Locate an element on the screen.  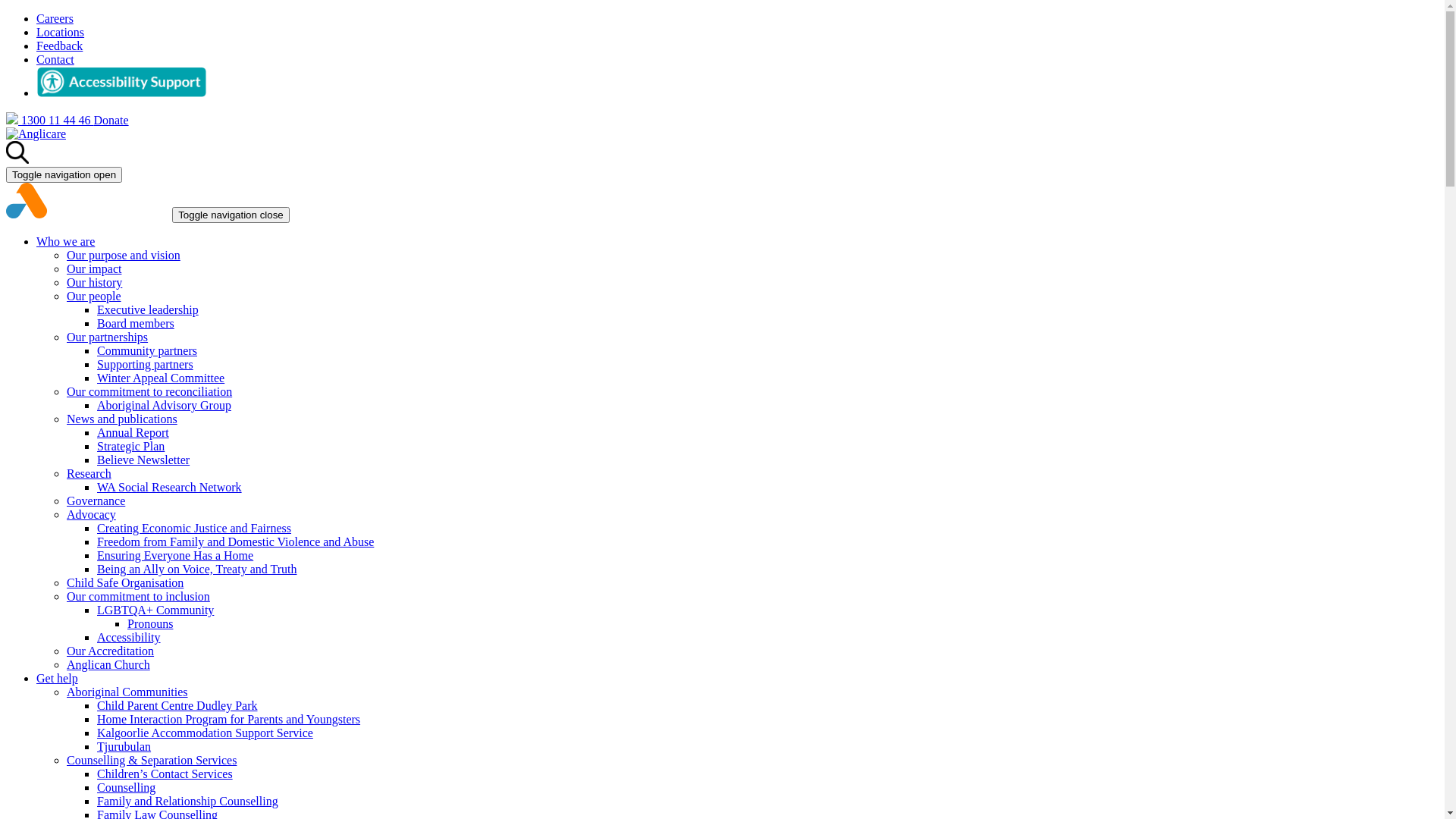
'Home Interaction Program for Parents and Youngsters' is located at coordinates (227, 718).